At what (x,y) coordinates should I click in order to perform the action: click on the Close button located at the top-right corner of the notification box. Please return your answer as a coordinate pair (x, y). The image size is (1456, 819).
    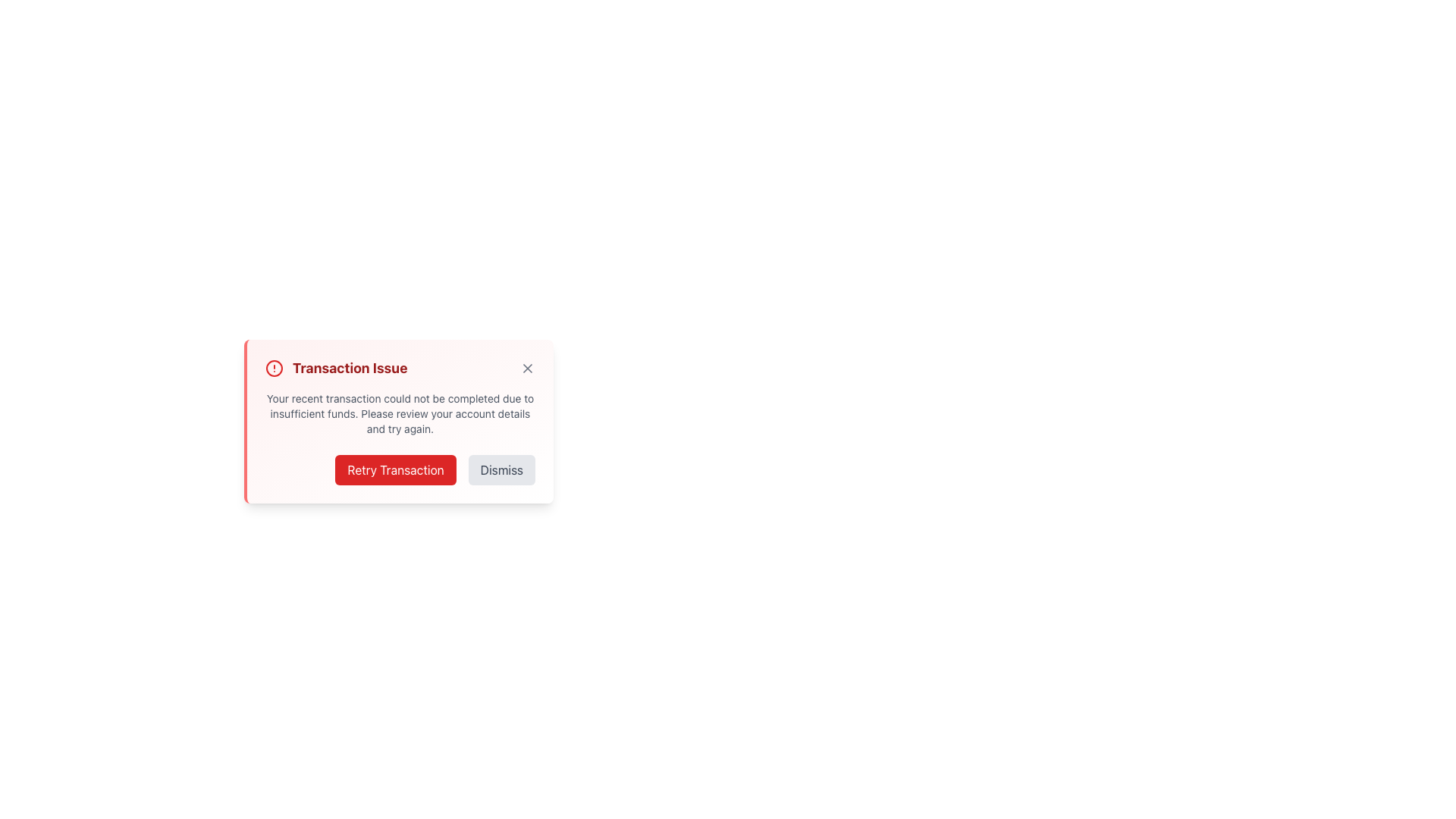
    Looking at the image, I should click on (528, 369).